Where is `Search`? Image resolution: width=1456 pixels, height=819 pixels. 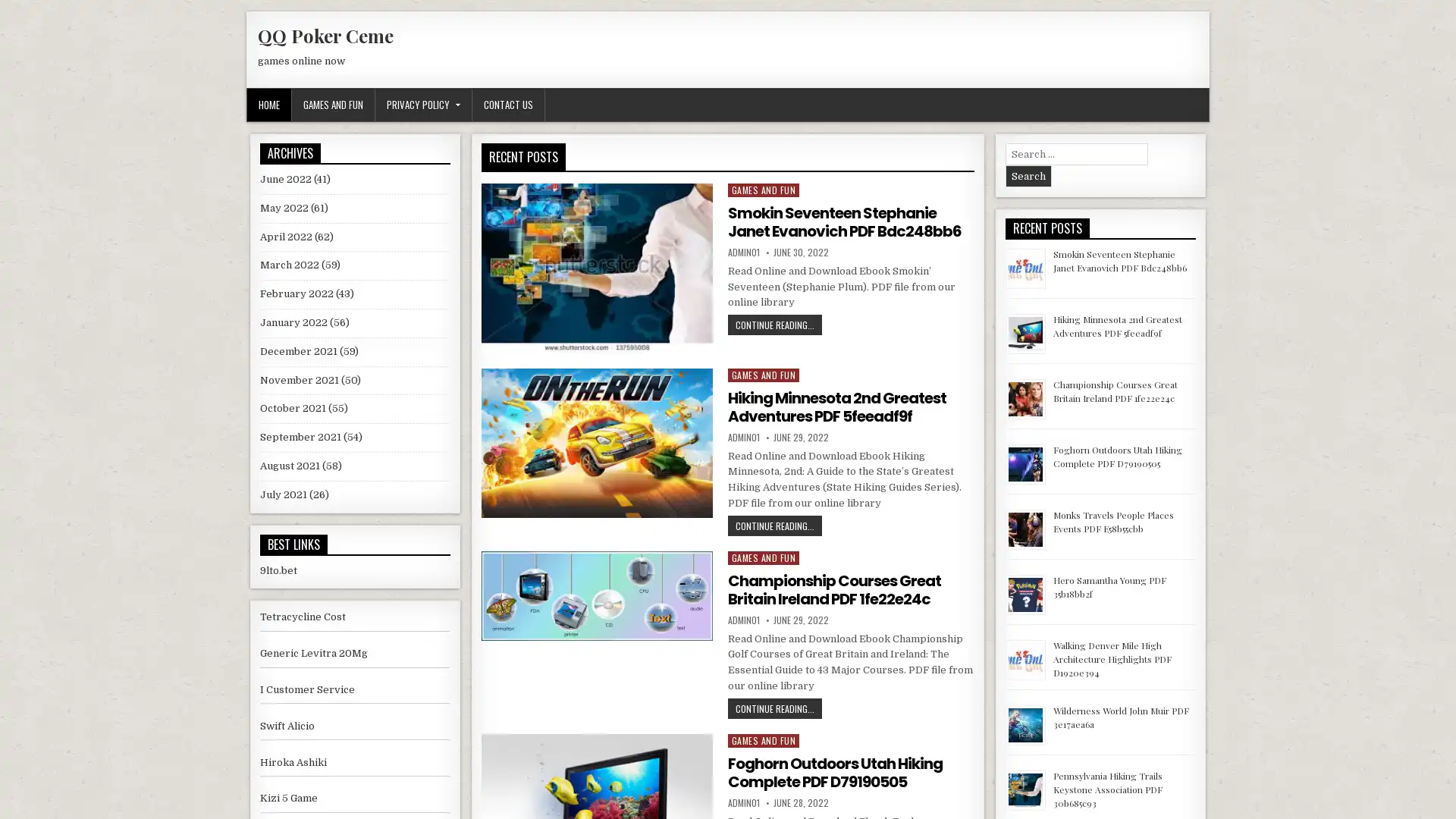
Search is located at coordinates (1028, 175).